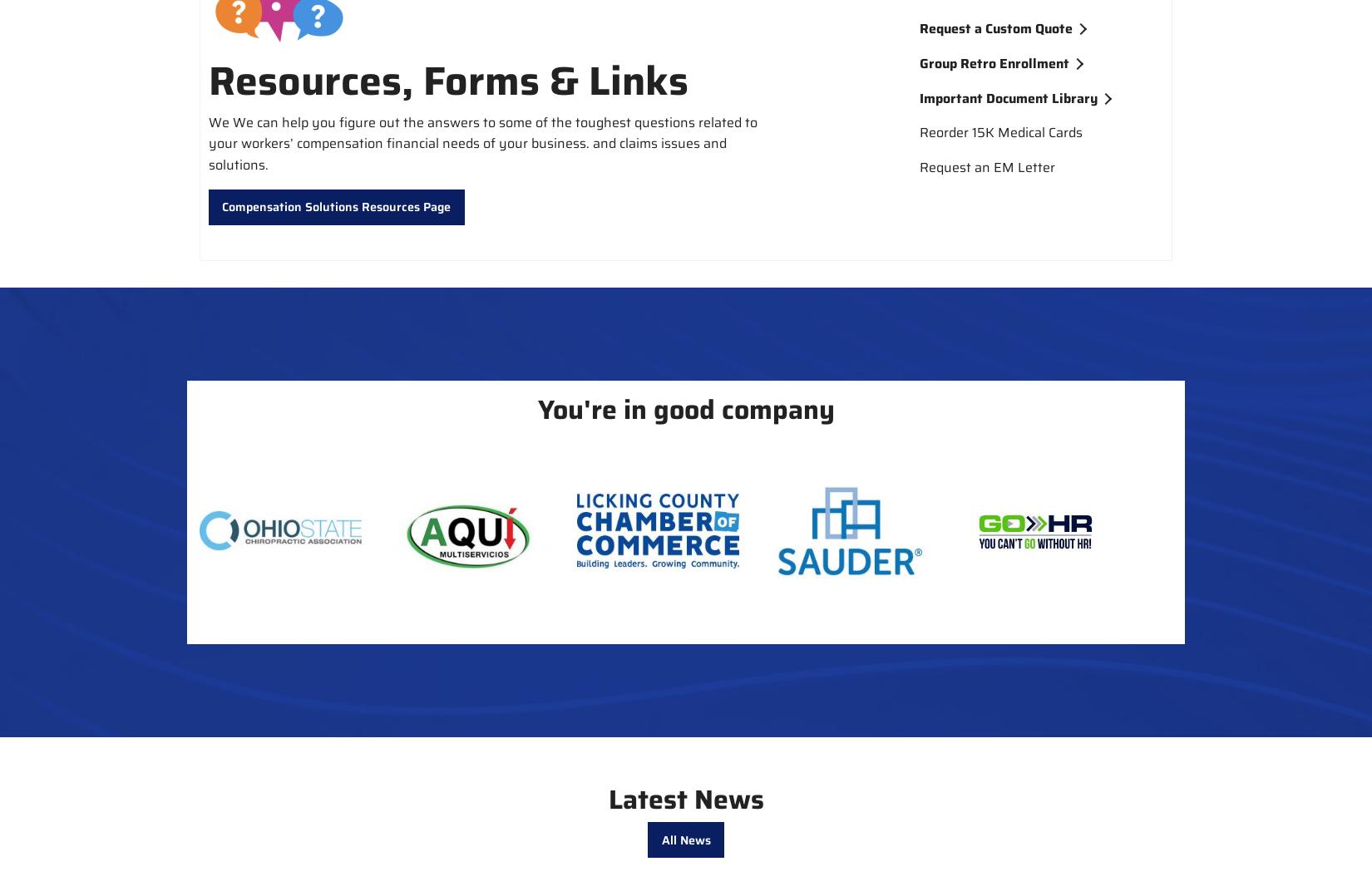  I want to click on 'Latest News', so click(684, 798).